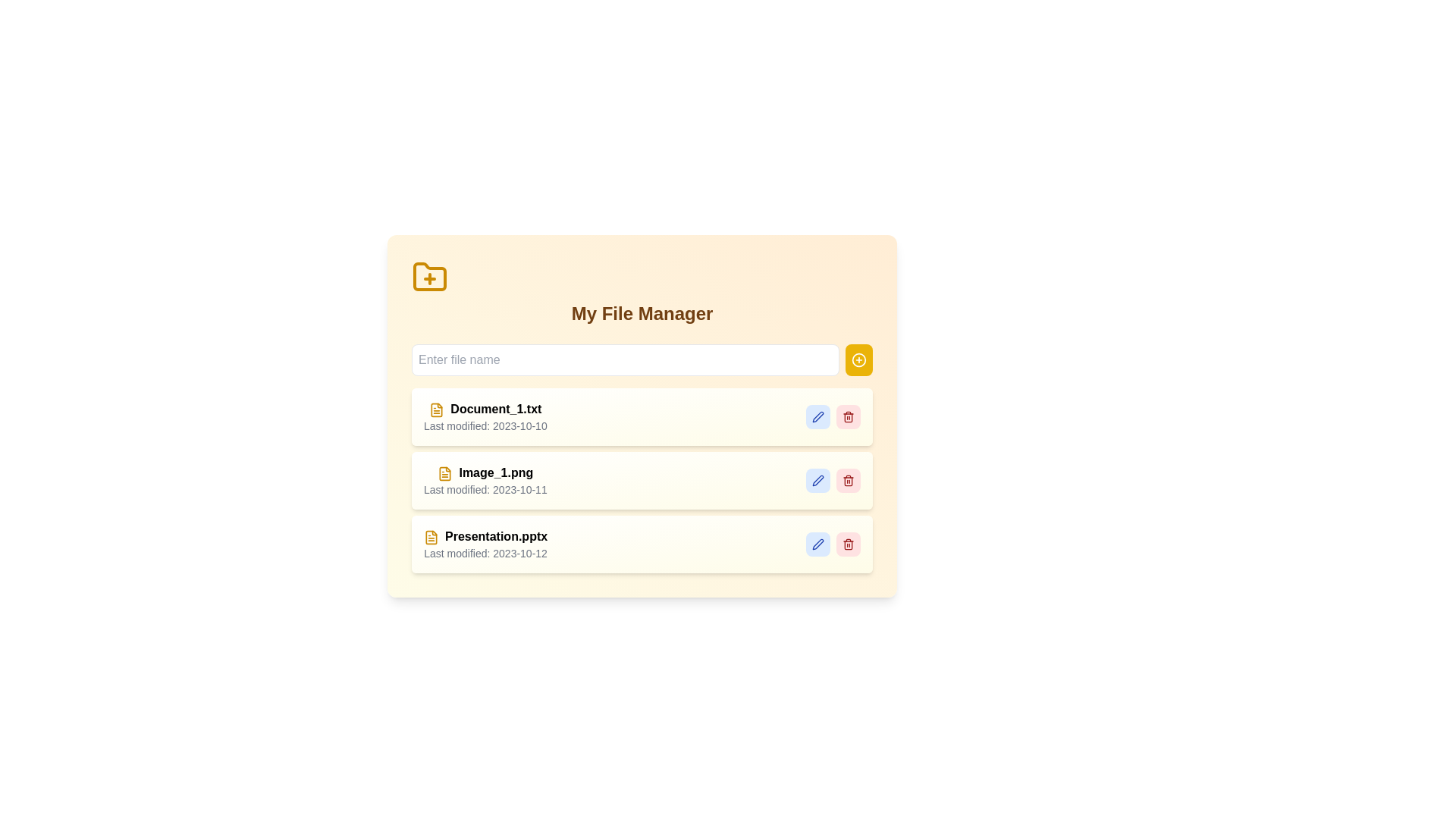 Image resolution: width=1456 pixels, height=819 pixels. Describe the element at coordinates (858, 359) in the screenshot. I see `the circular element with a filled center located inside the upper-right corner of the user interface panel, which is part of a larger circular icon with a '+' sign` at that location.